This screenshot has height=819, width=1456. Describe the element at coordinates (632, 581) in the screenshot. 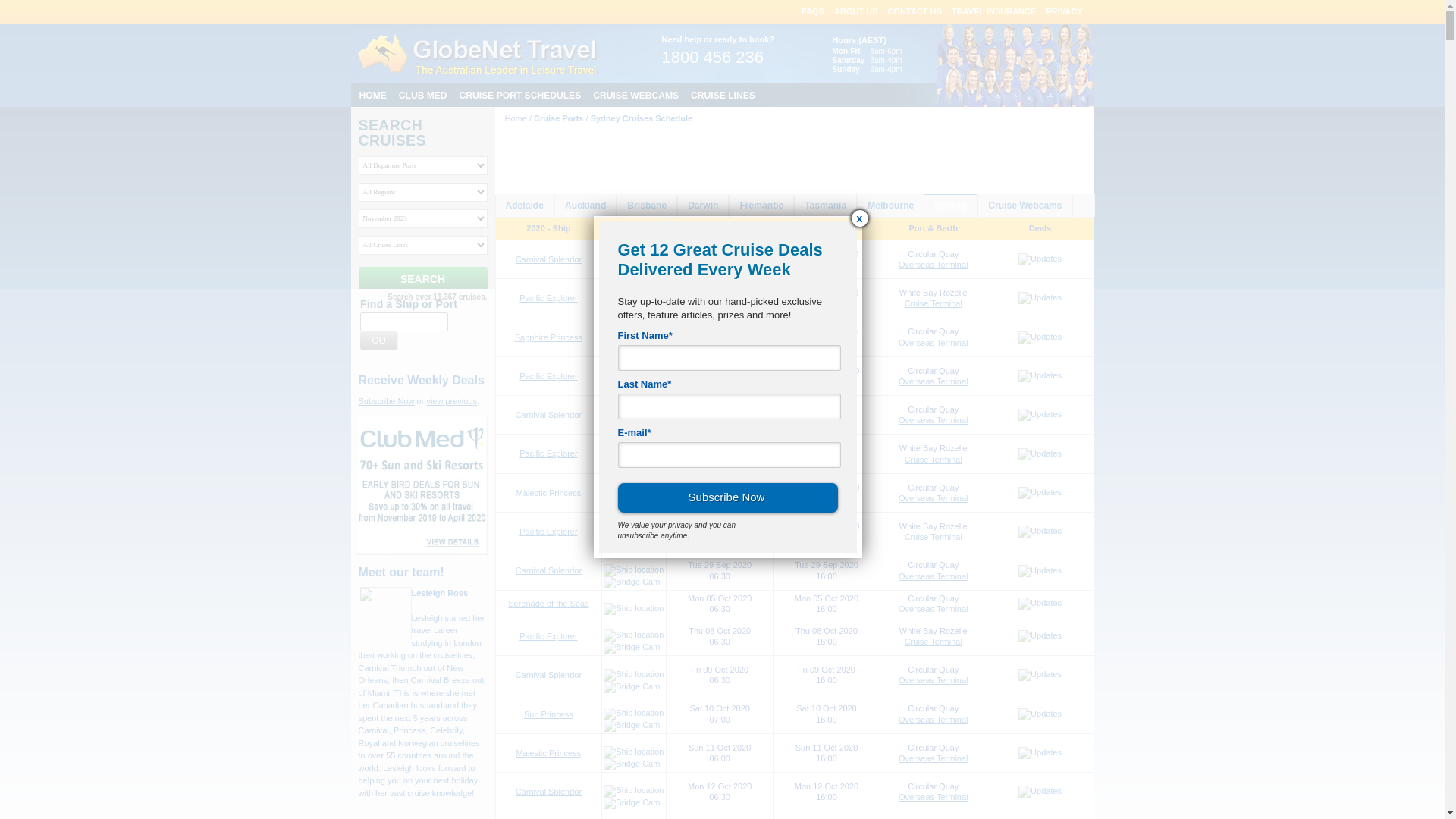

I see `'Bridge Cam'` at that location.